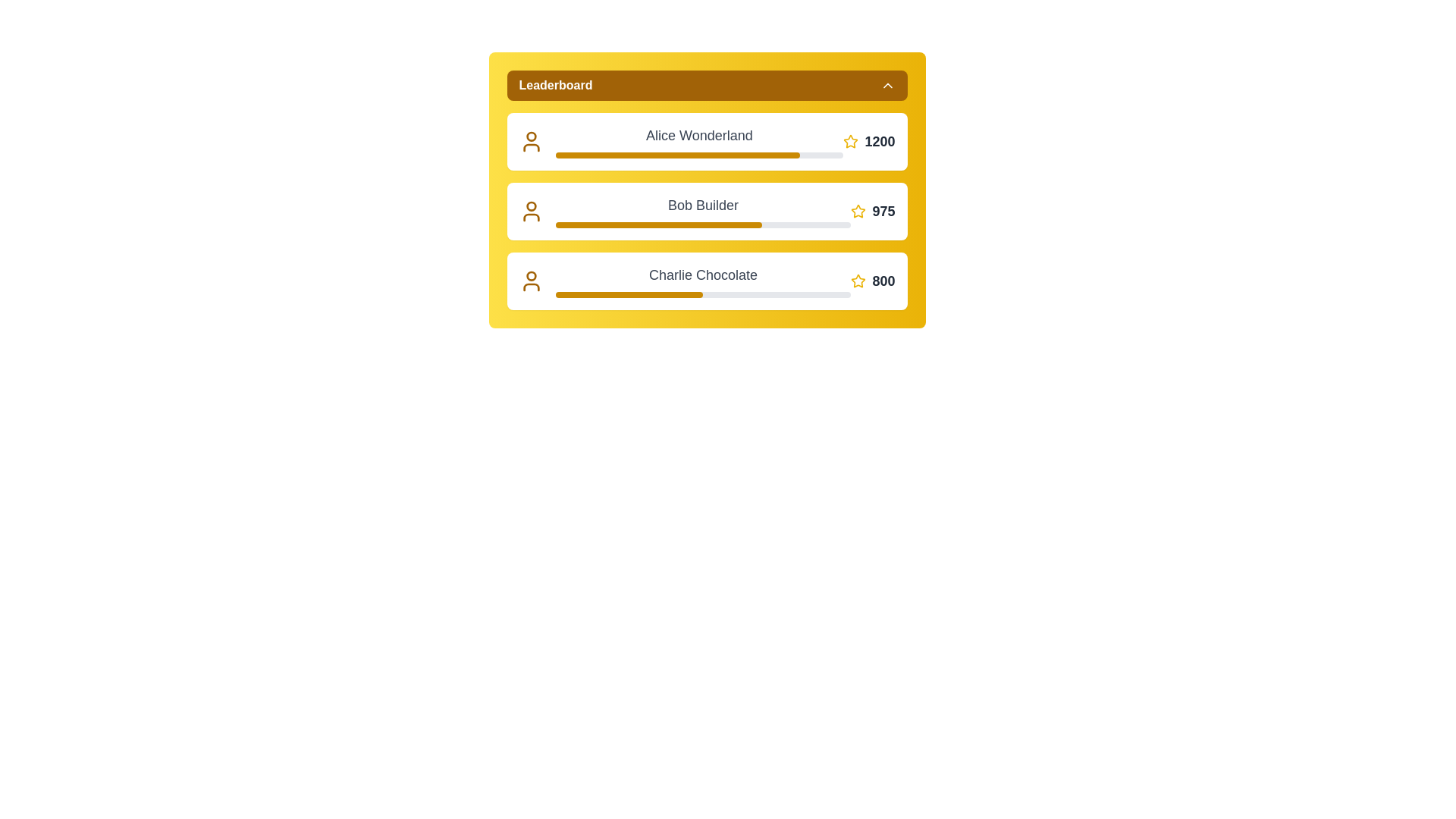 This screenshot has height=819, width=1456. Describe the element at coordinates (851, 141) in the screenshot. I see `the visual indicator icon associated with the score or achievement for 'Alice Wonderland' located at the top-right portion of the leaderboard entry` at that location.